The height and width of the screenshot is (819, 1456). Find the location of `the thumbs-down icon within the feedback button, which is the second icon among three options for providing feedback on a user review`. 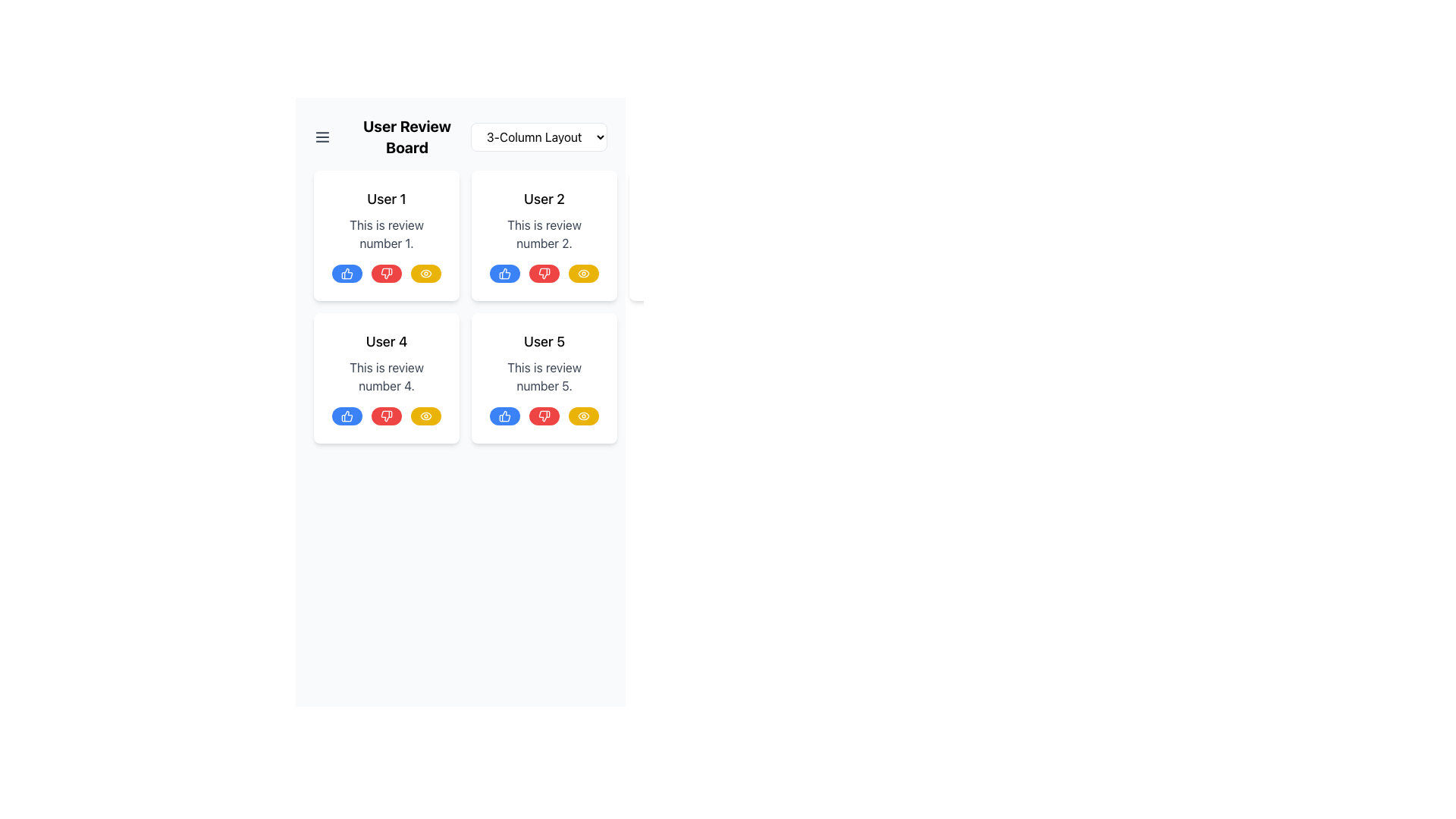

the thumbs-down icon within the feedback button, which is the second icon among three options for providing feedback on a user review is located at coordinates (386, 274).